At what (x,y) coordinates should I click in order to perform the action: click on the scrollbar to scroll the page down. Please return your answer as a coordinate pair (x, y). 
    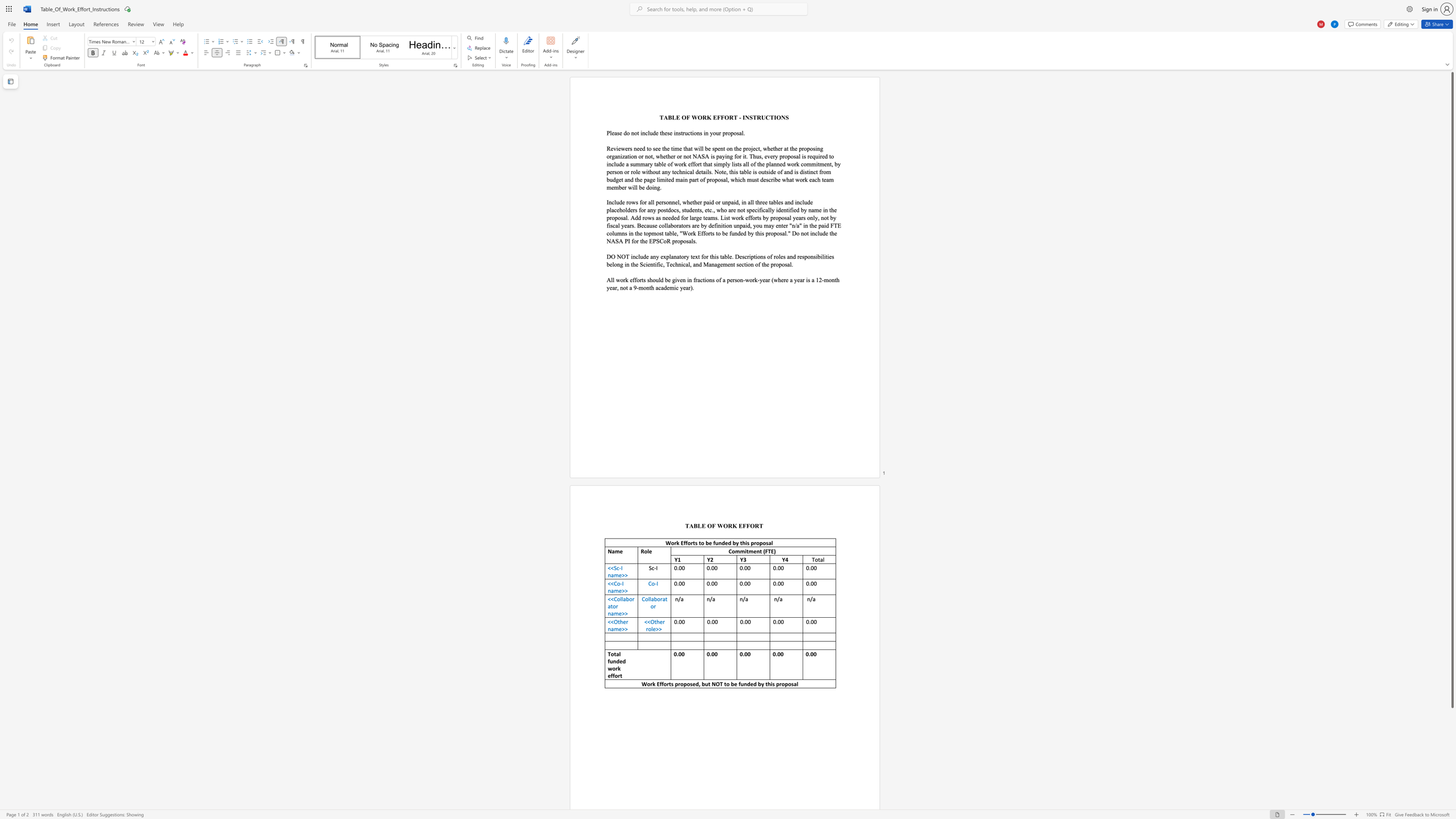
    Looking at the image, I should click on (1451, 735).